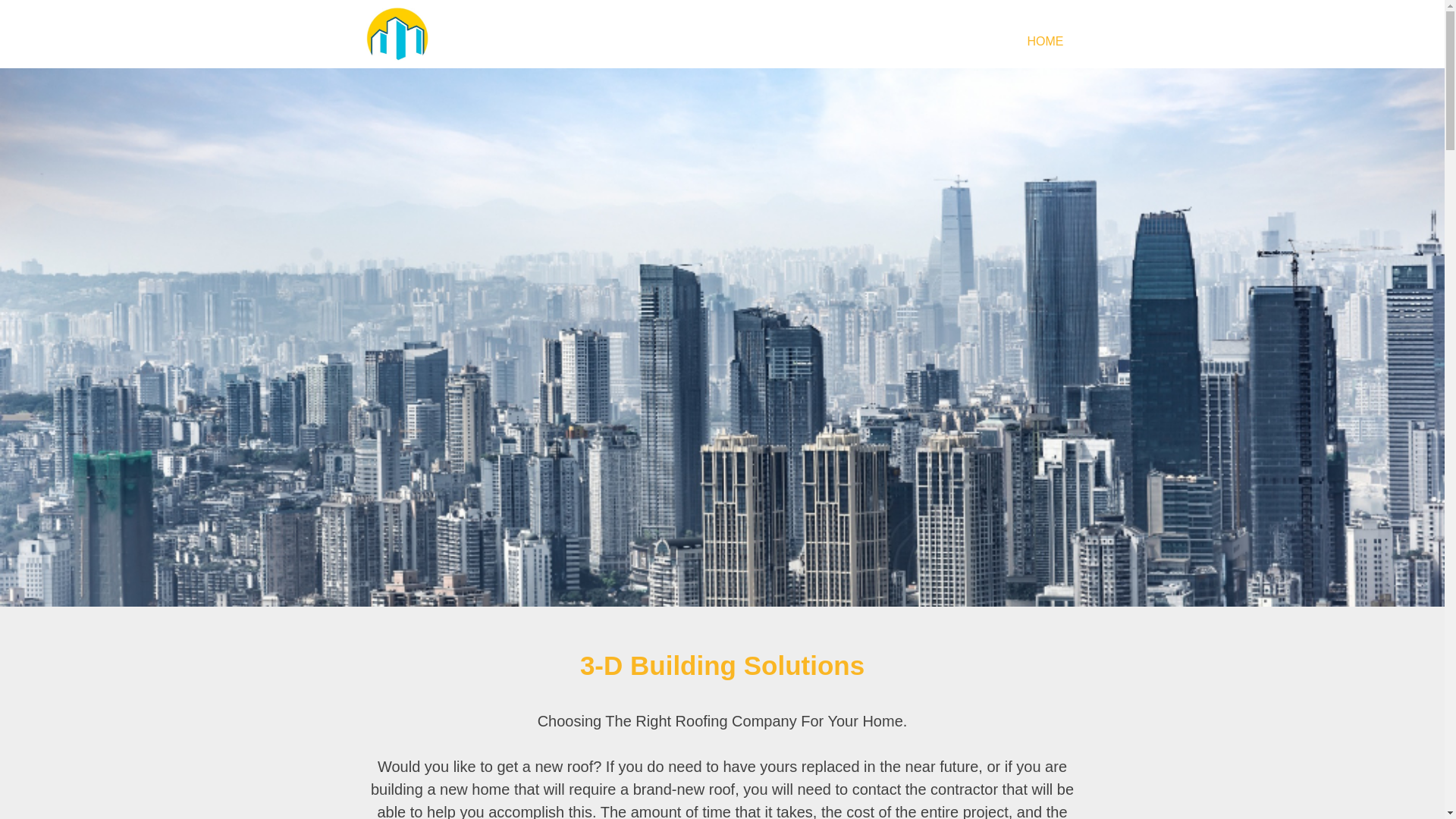 The height and width of the screenshot is (819, 1456). Describe the element at coordinates (1043, 40) in the screenshot. I see `'HOME'` at that location.